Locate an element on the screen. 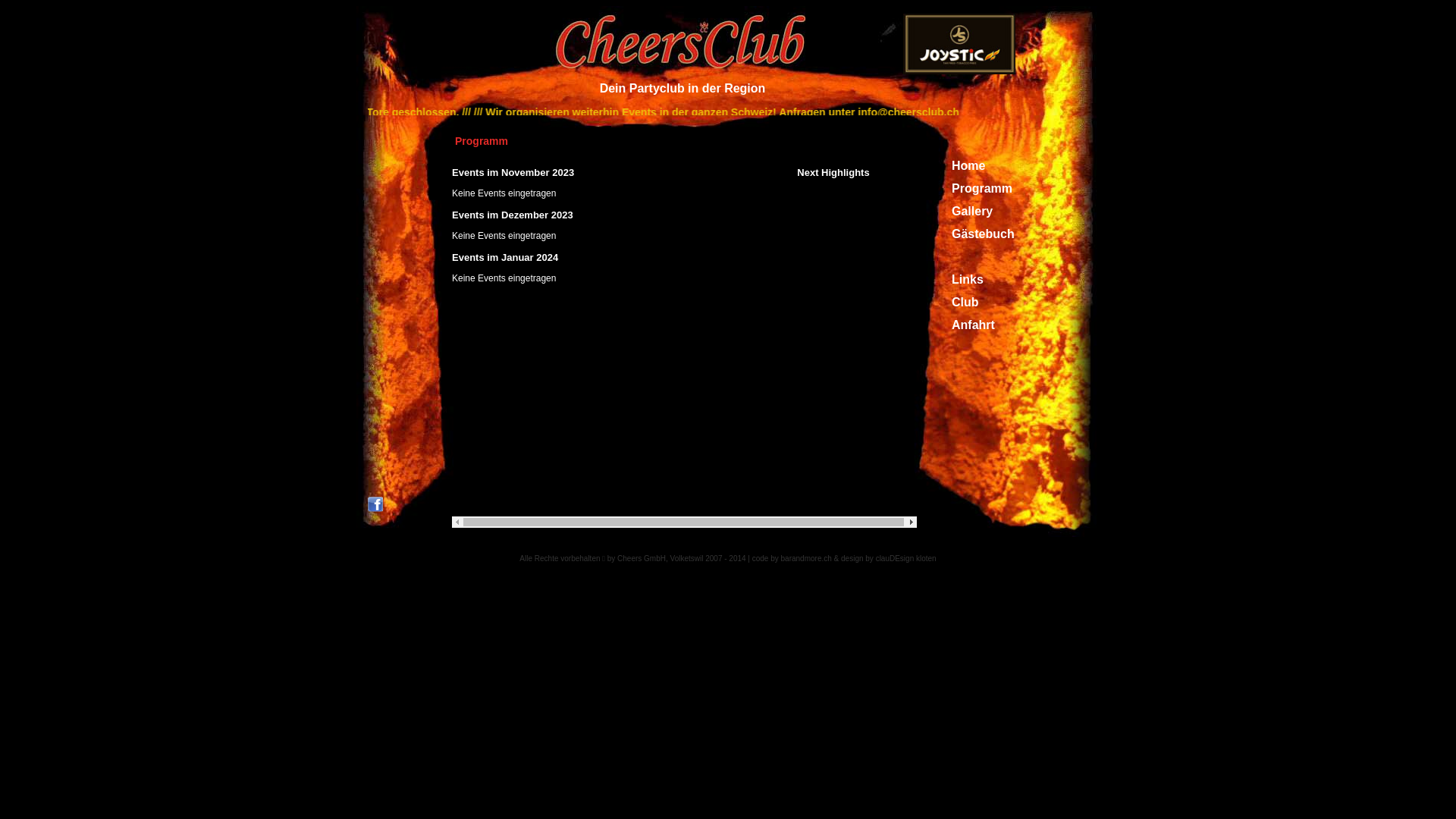  'Club' is located at coordinates (964, 302).